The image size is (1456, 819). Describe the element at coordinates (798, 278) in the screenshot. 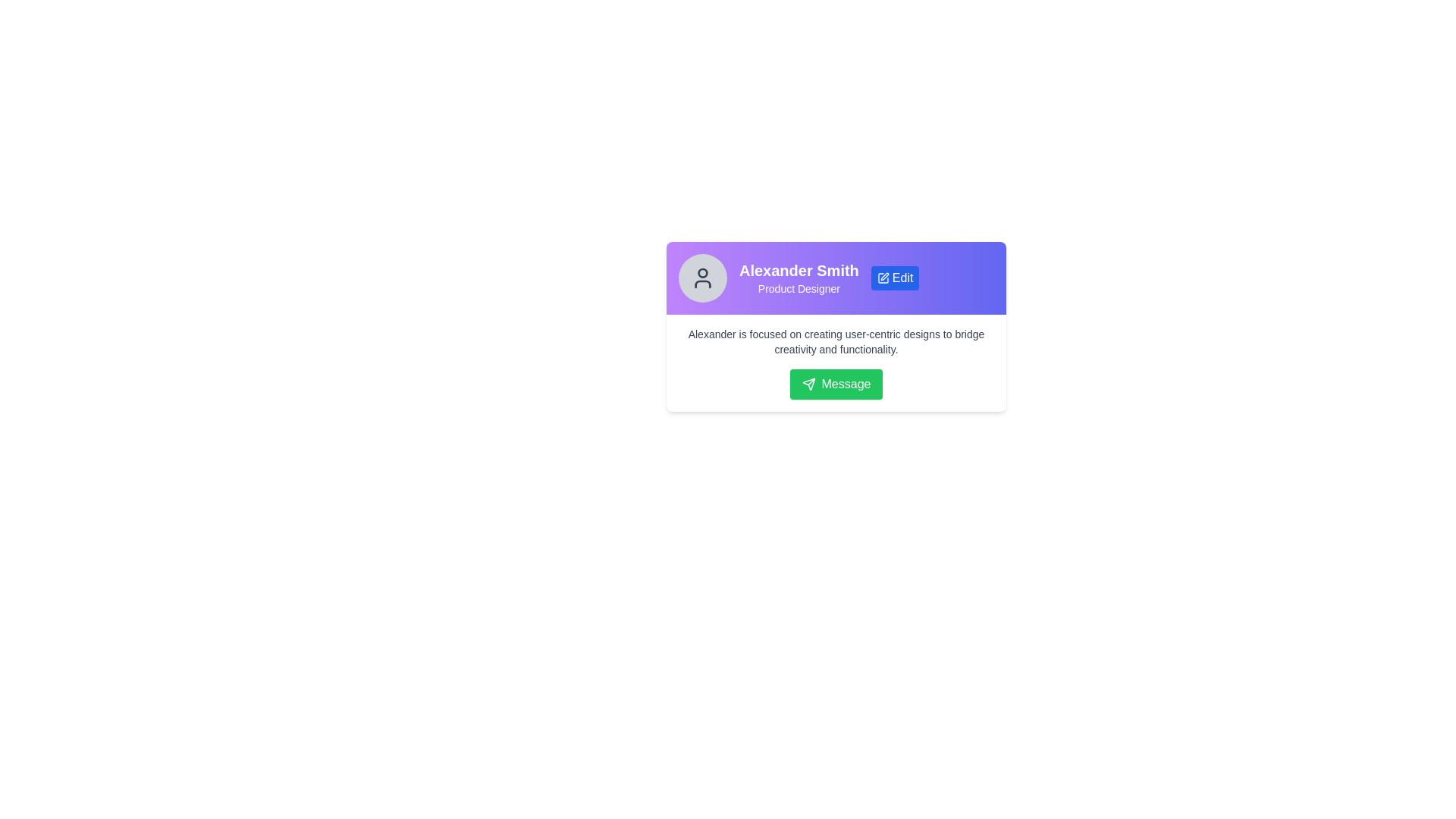

I see `the text display block containing 'Alexander Smith' and 'Product Designer' on a gradient background, located in the upper section of the card-like UI` at that location.